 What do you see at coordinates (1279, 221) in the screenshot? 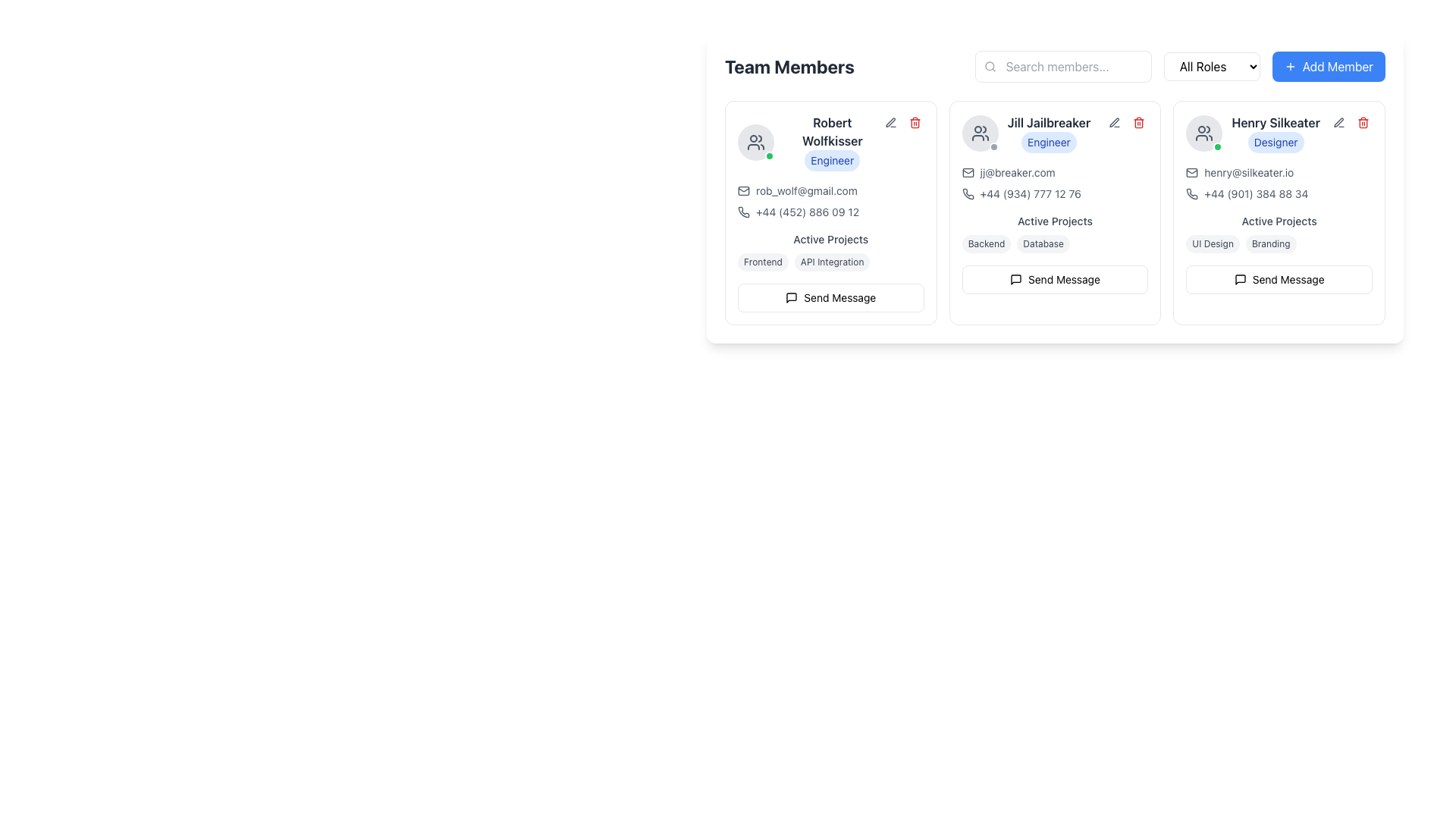
I see `the 'Active Projects' text label in the profile card of 'Henry Silkeater', which is displayed in gray color above the tags 'UI Design' and 'Branding'` at bounding box center [1279, 221].